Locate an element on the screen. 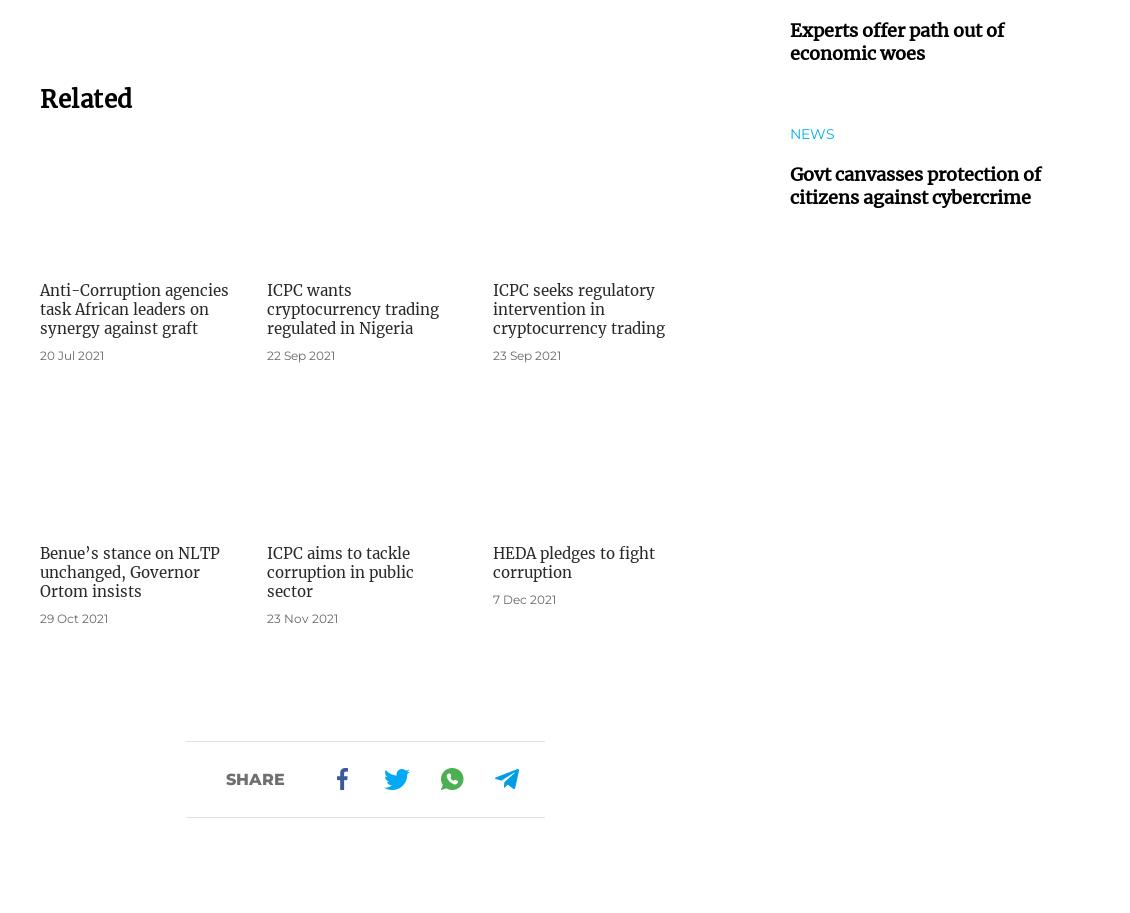 This screenshot has height=913, width=1130. 'Related' is located at coordinates (85, 99).